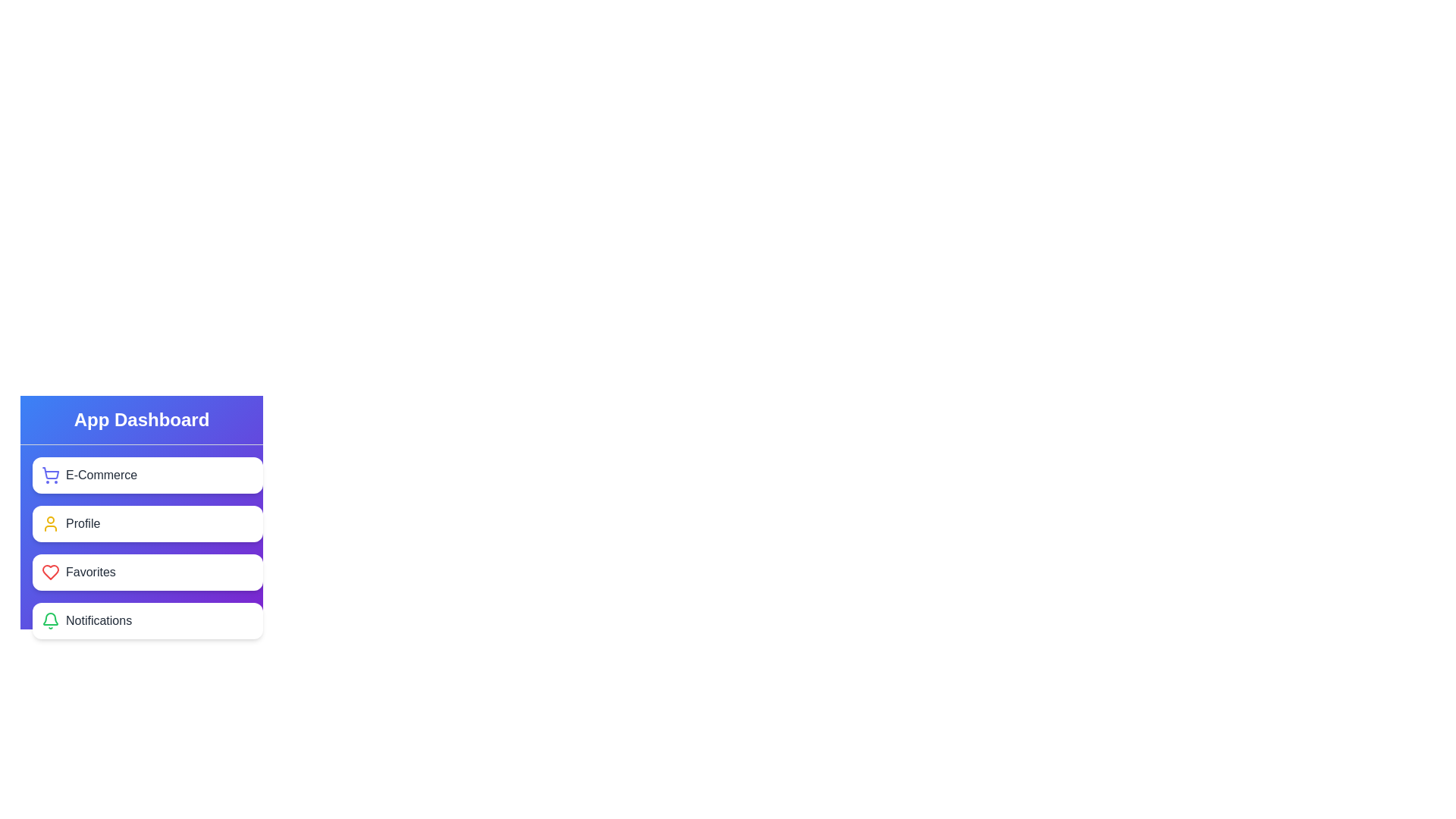 The width and height of the screenshot is (1456, 819). What do you see at coordinates (148, 522) in the screenshot?
I see `the navigation item Profile from the sidebar` at bounding box center [148, 522].